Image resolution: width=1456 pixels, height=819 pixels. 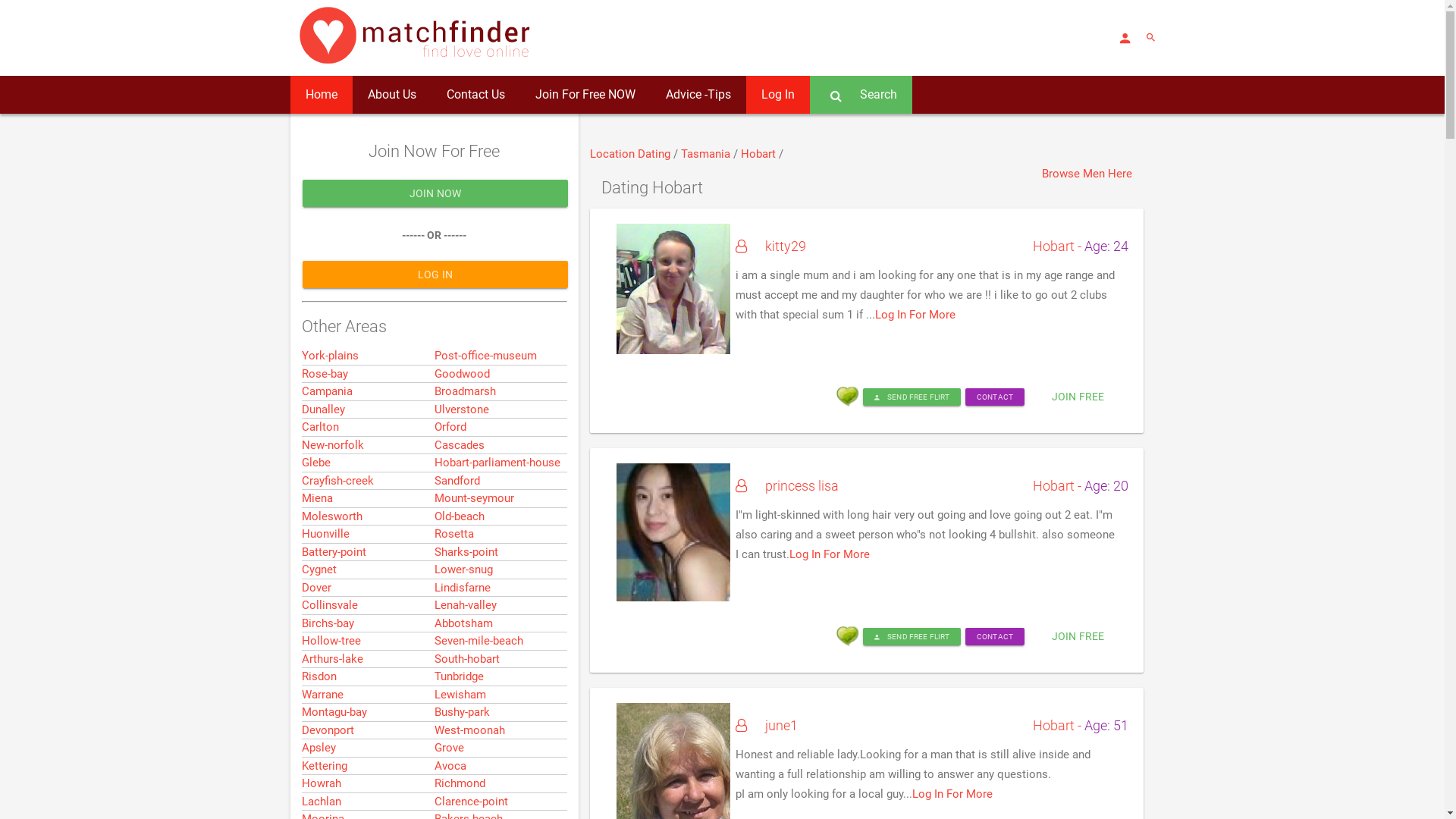 What do you see at coordinates (302, 640) in the screenshot?
I see `'Hollow-tree'` at bounding box center [302, 640].